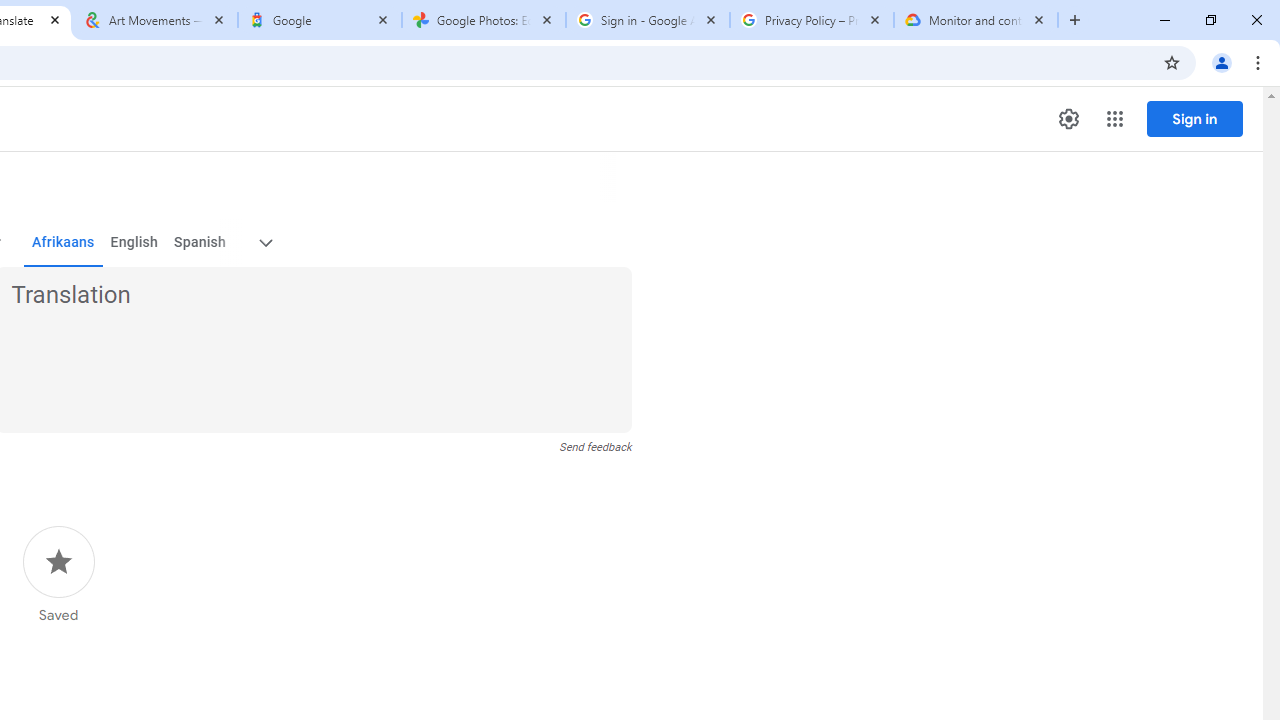  I want to click on 'Spanish', so click(199, 242).